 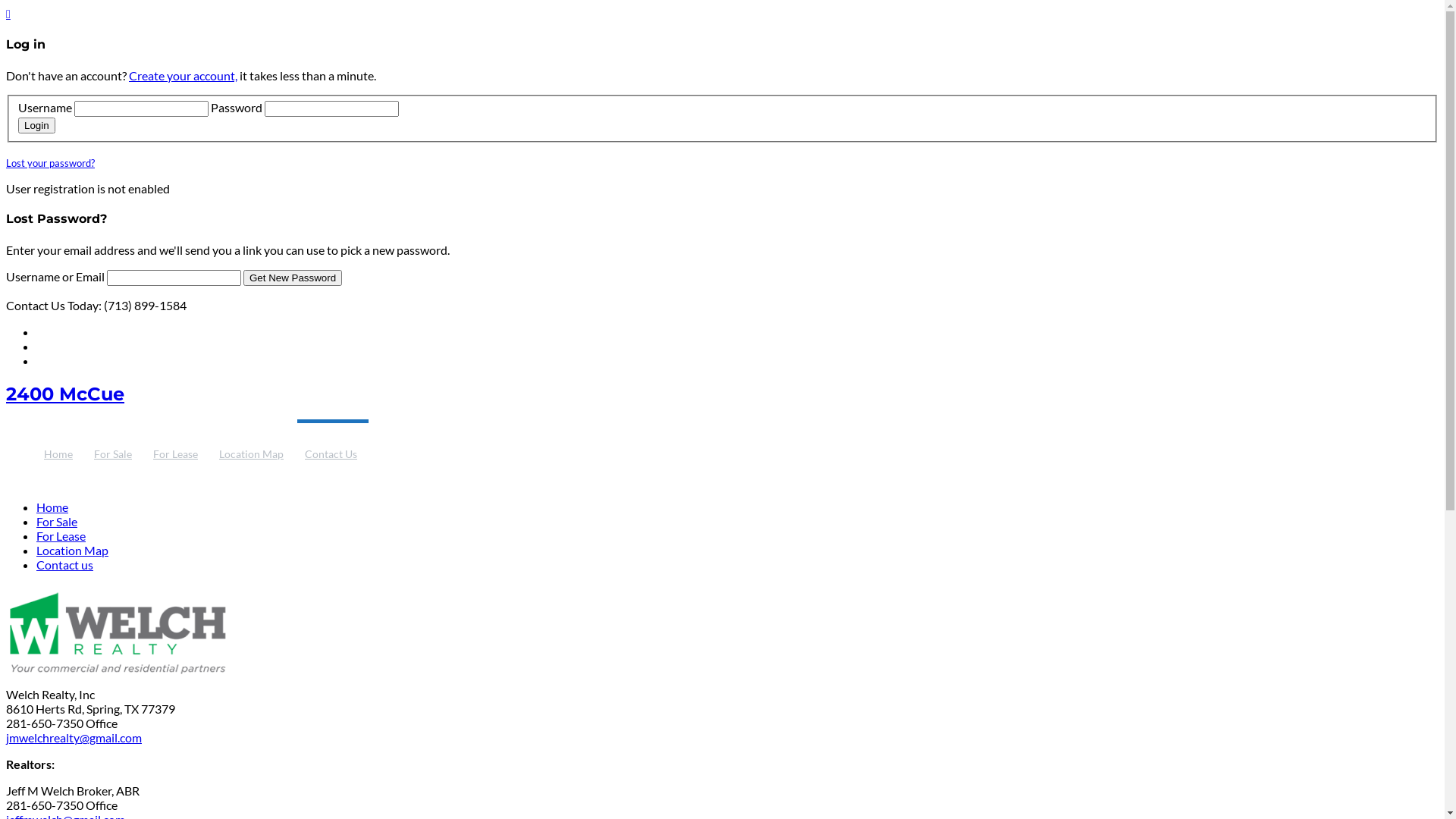 What do you see at coordinates (50, 163) in the screenshot?
I see `'Lost your password?'` at bounding box center [50, 163].